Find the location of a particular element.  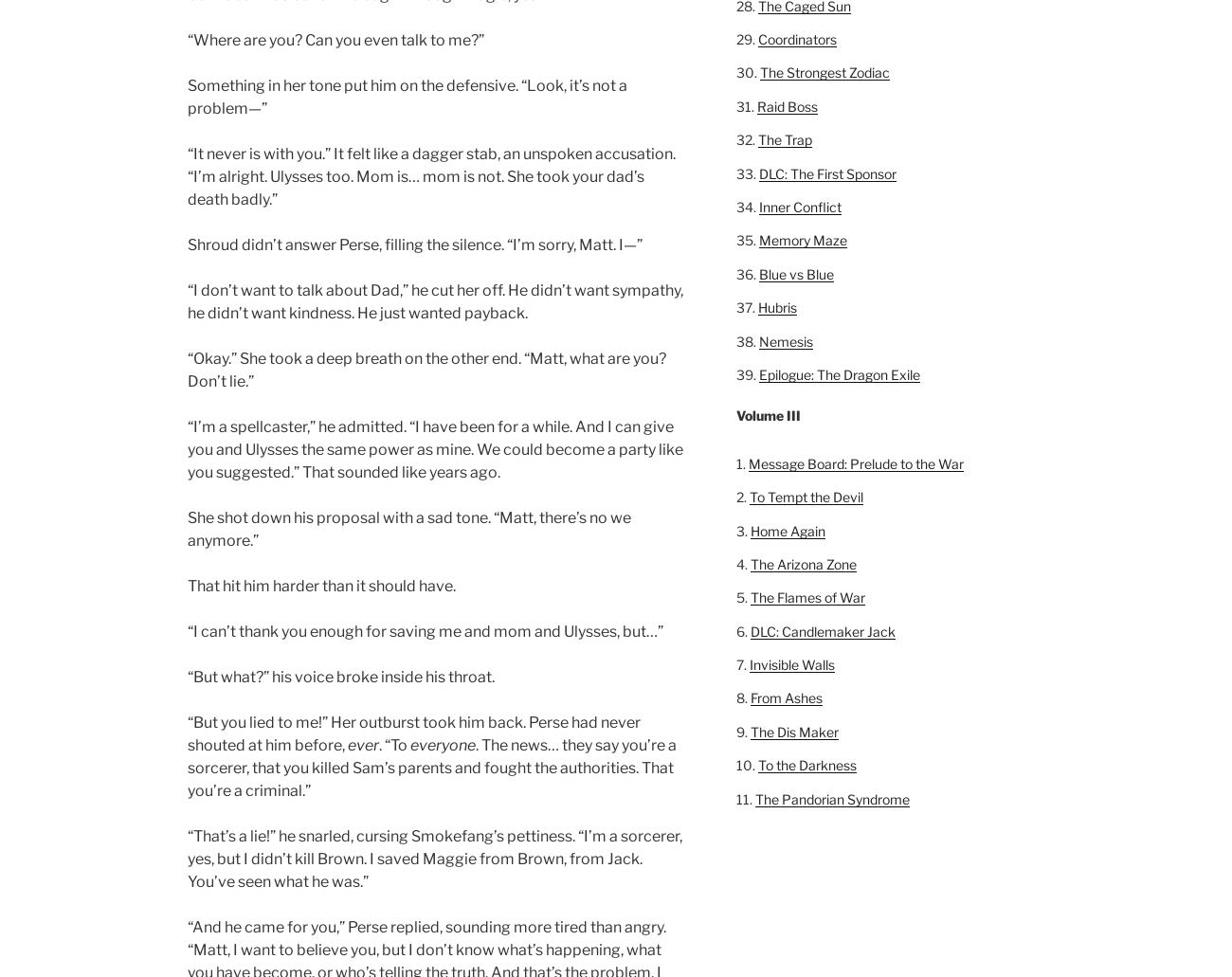

'Epilogue: The Dragon Exile' is located at coordinates (757, 372).